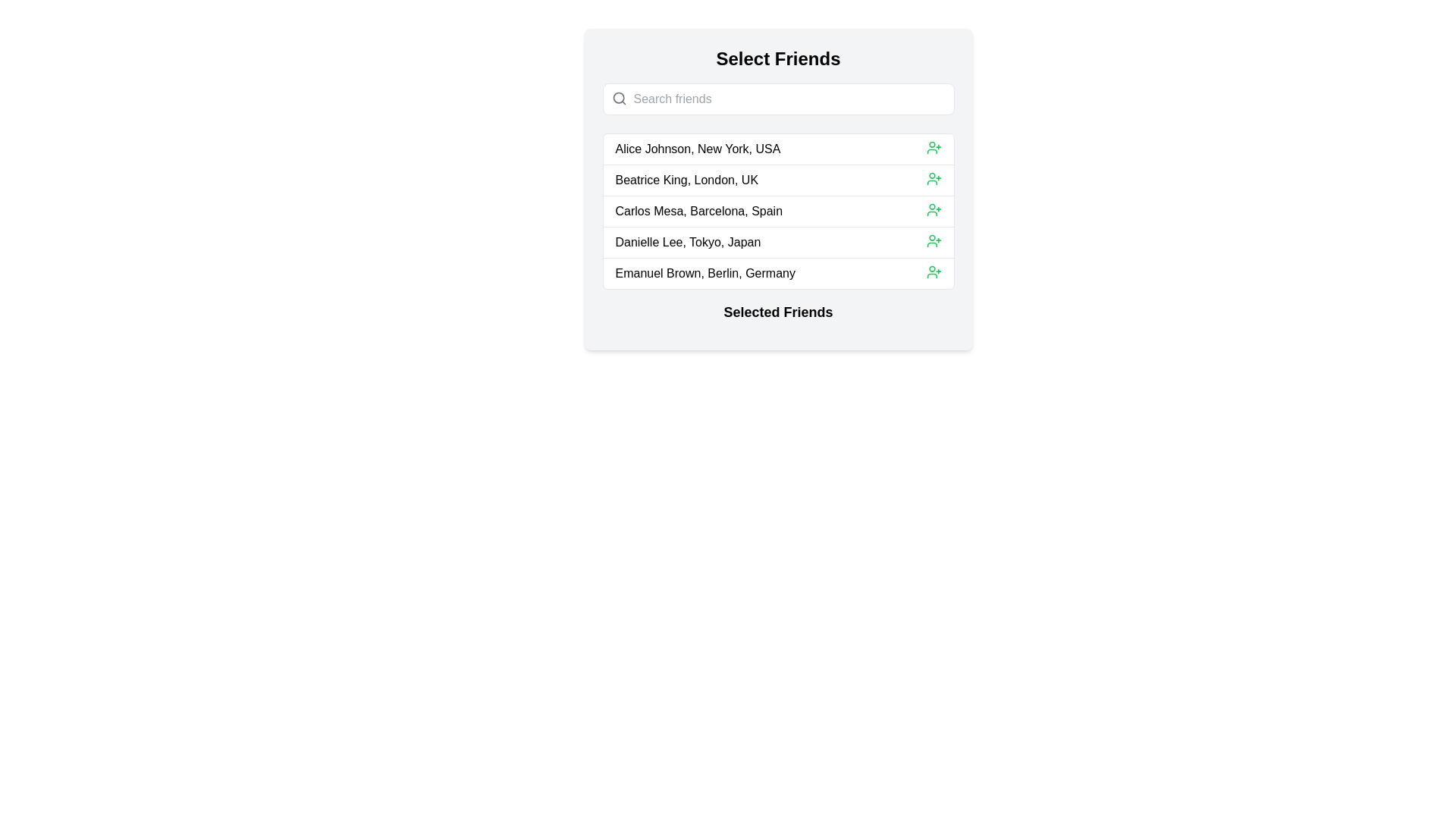  What do you see at coordinates (778, 211) in the screenshot?
I see `the list item displaying 'Carlos Mesa, Barcelona, Spain' for navigation` at bounding box center [778, 211].